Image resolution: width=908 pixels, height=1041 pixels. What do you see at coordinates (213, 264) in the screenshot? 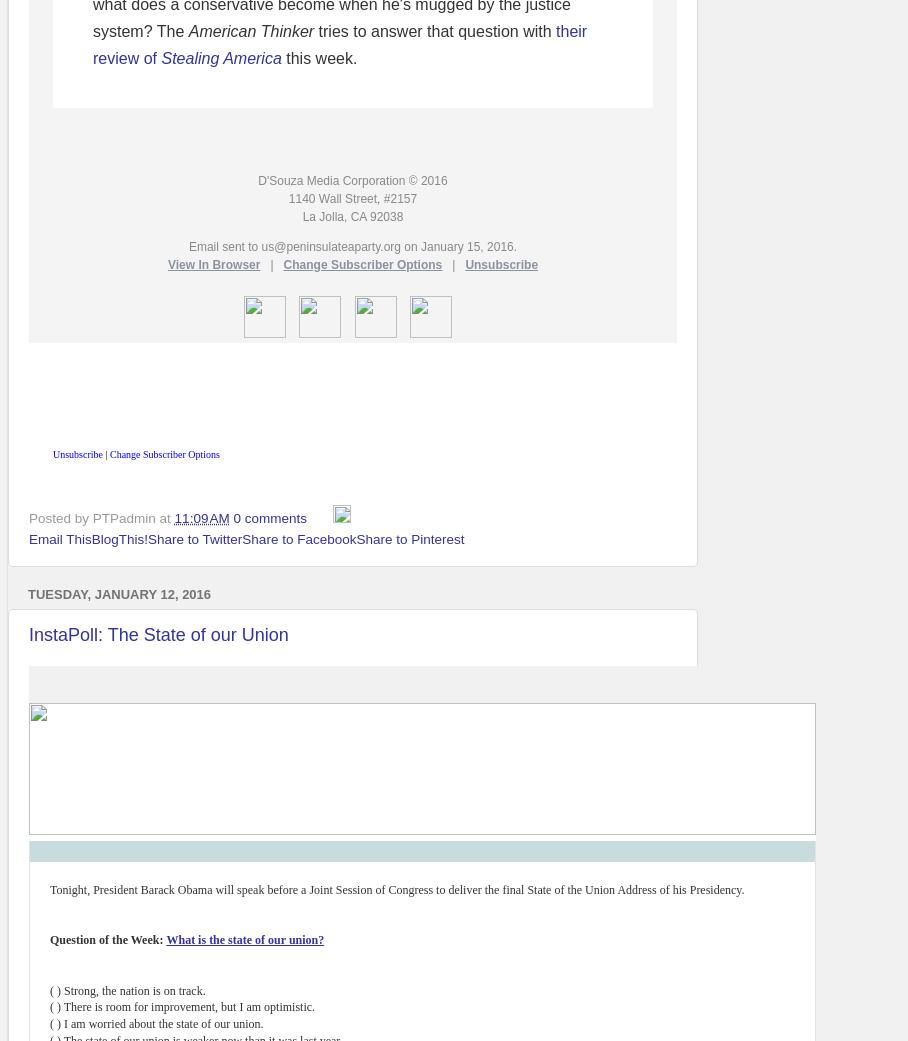
I see `'View In Browser'` at bounding box center [213, 264].